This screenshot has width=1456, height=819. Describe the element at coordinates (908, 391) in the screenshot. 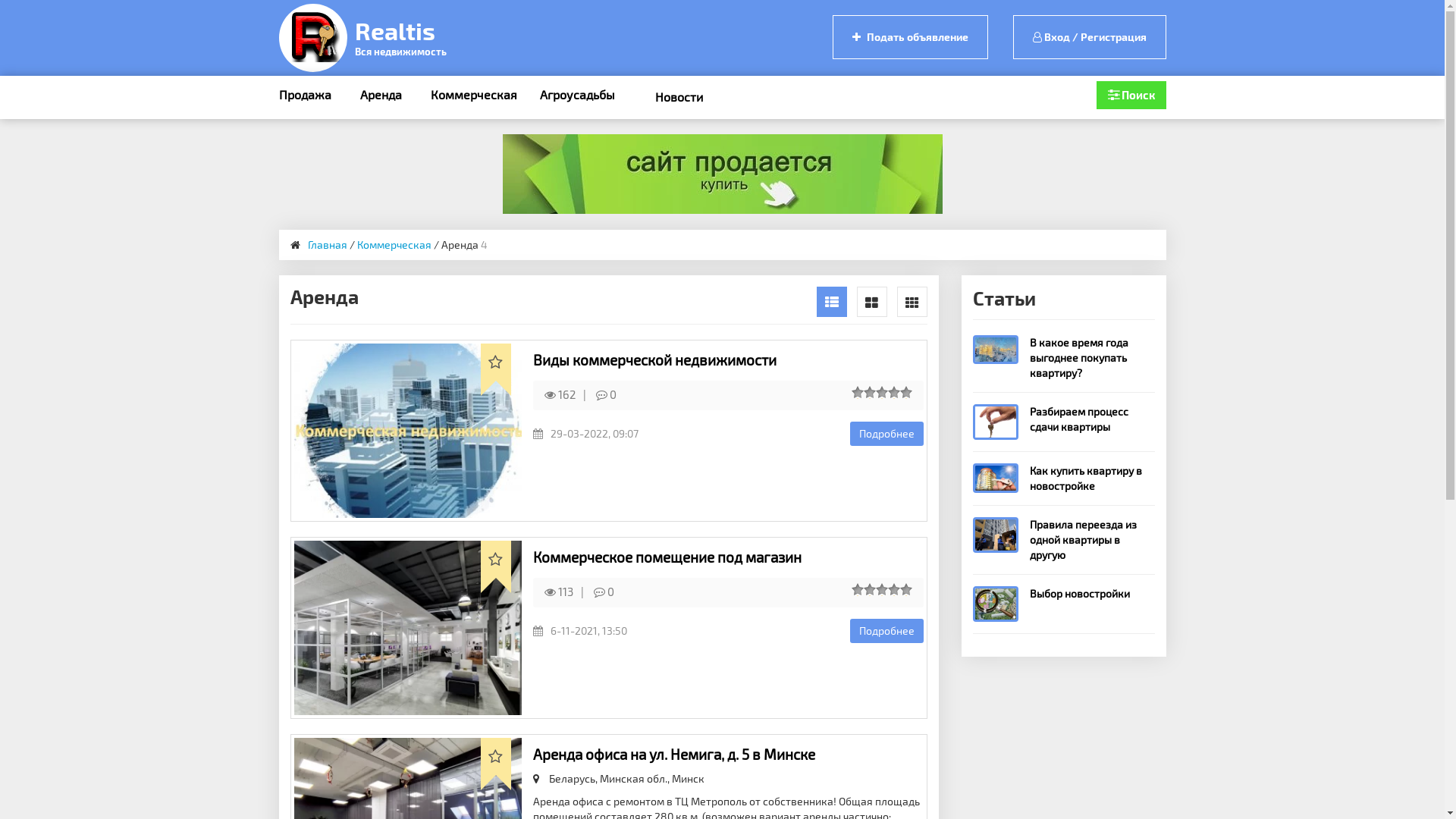

I see `'5'` at that location.